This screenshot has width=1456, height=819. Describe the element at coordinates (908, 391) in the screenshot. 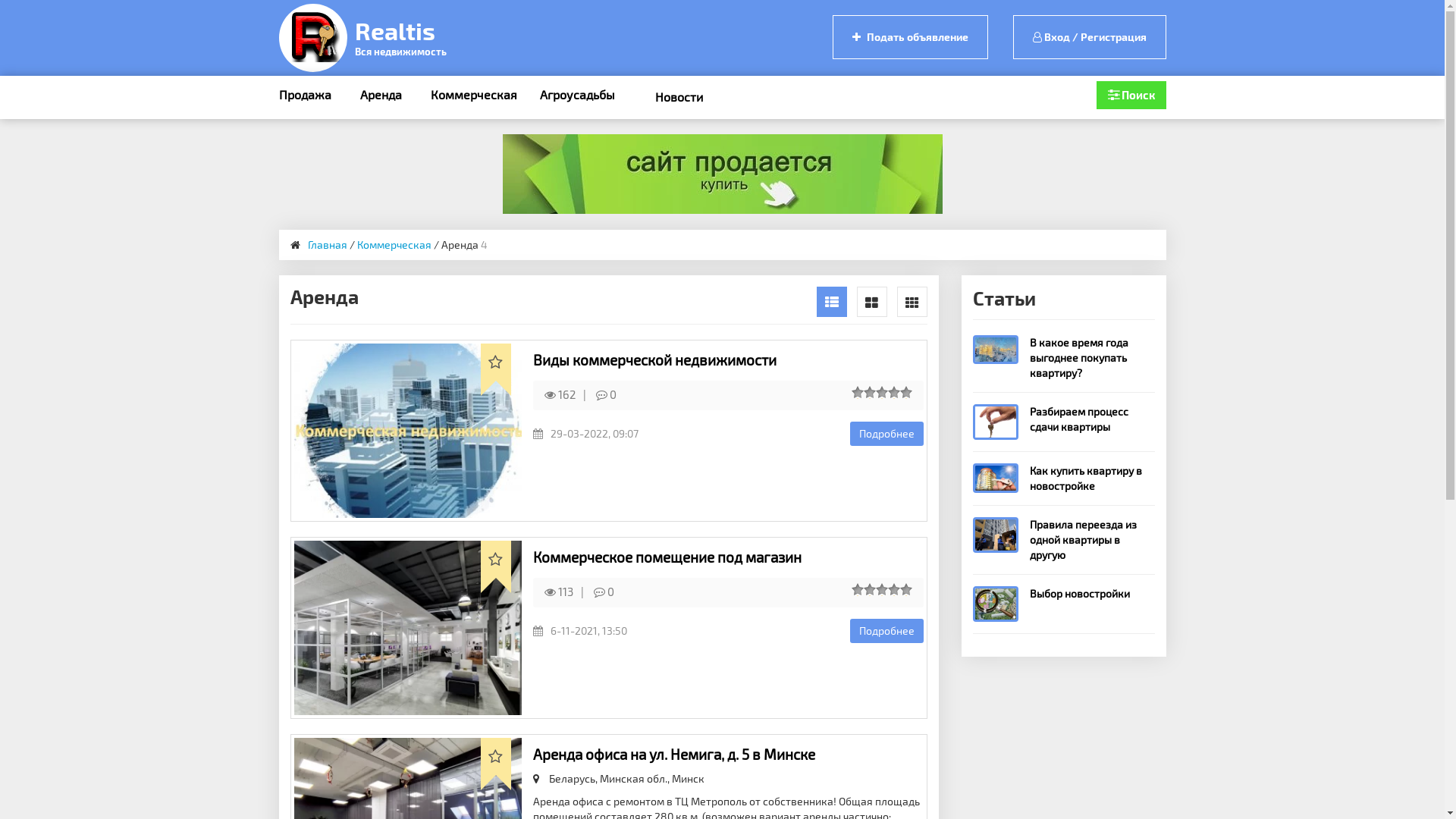

I see `'5'` at that location.